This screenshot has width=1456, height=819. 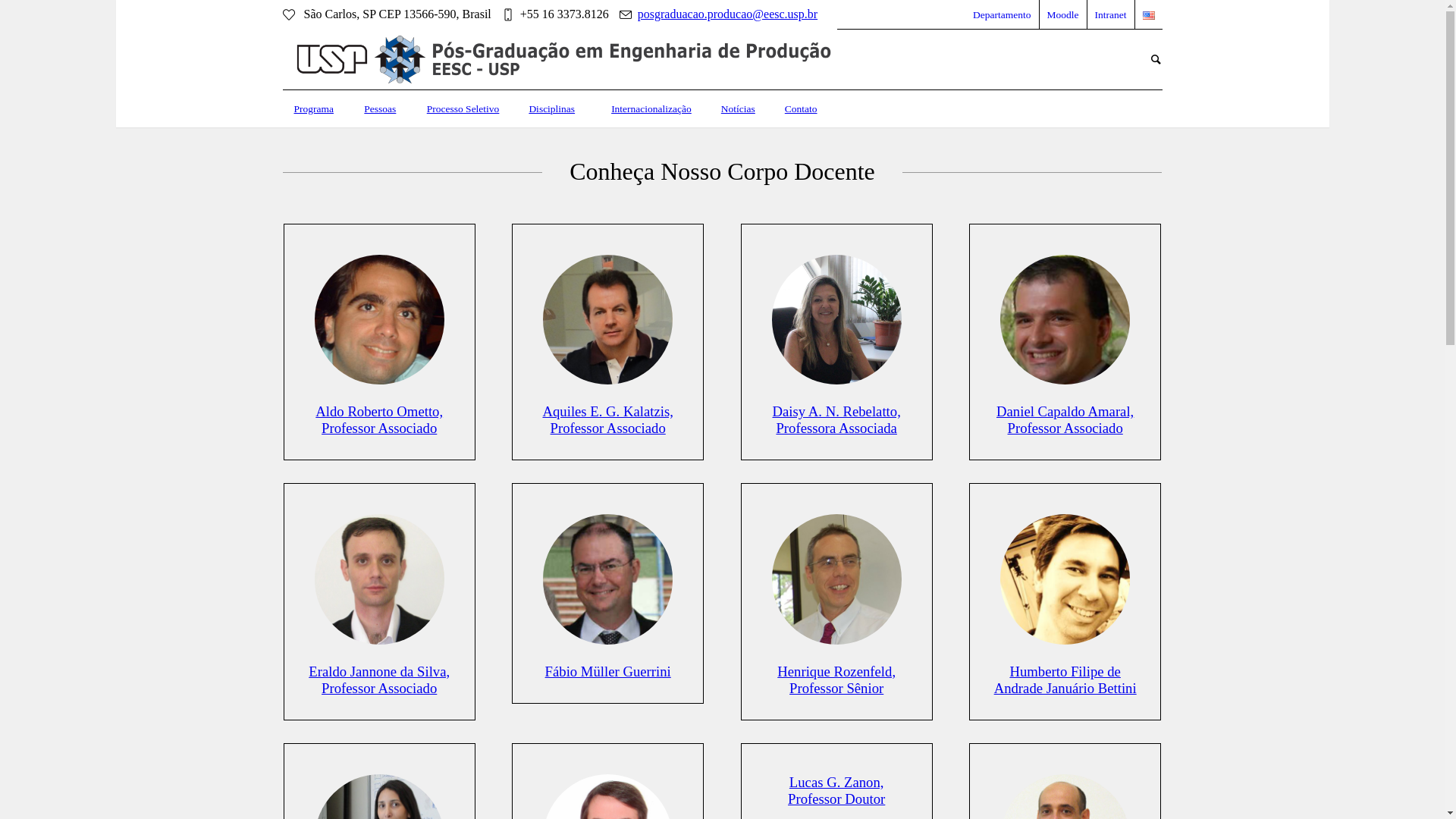 I want to click on 'Contato', so click(x=800, y=108).